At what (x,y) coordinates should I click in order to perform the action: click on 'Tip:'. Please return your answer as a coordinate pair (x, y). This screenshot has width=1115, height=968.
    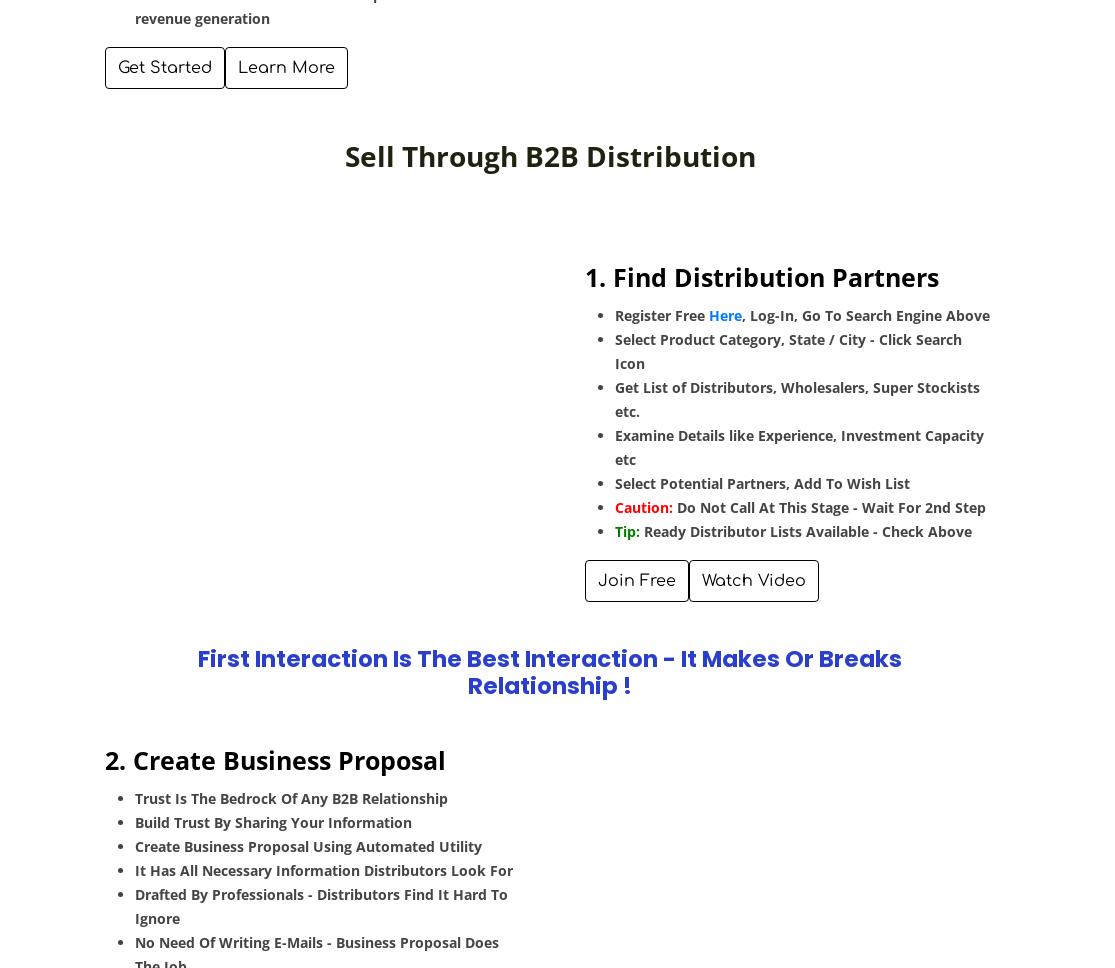
    Looking at the image, I should click on (628, 529).